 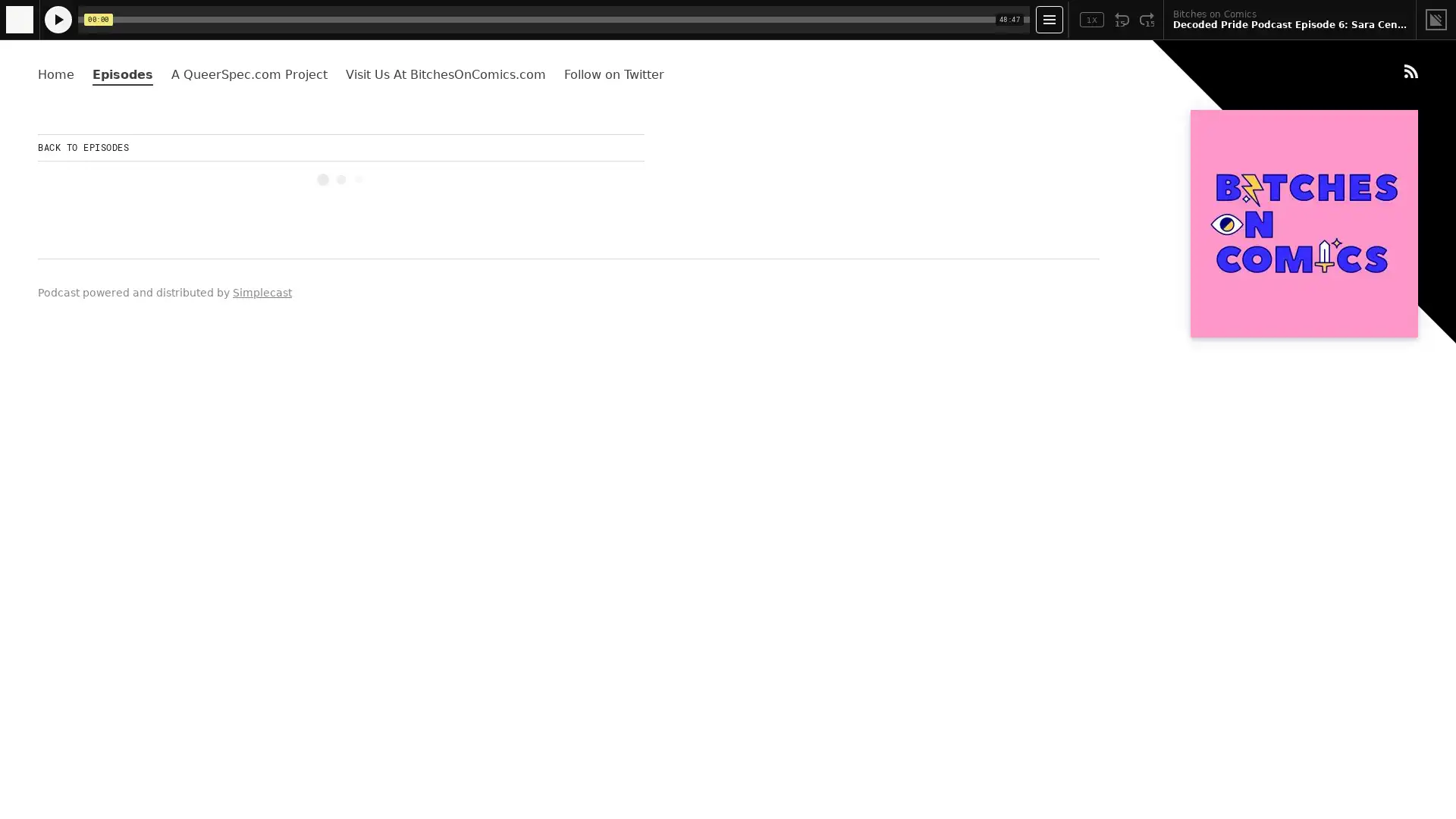 What do you see at coordinates (1092, 20) in the screenshot?
I see `Toggle Speed: Current Speed 1x` at bounding box center [1092, 20].